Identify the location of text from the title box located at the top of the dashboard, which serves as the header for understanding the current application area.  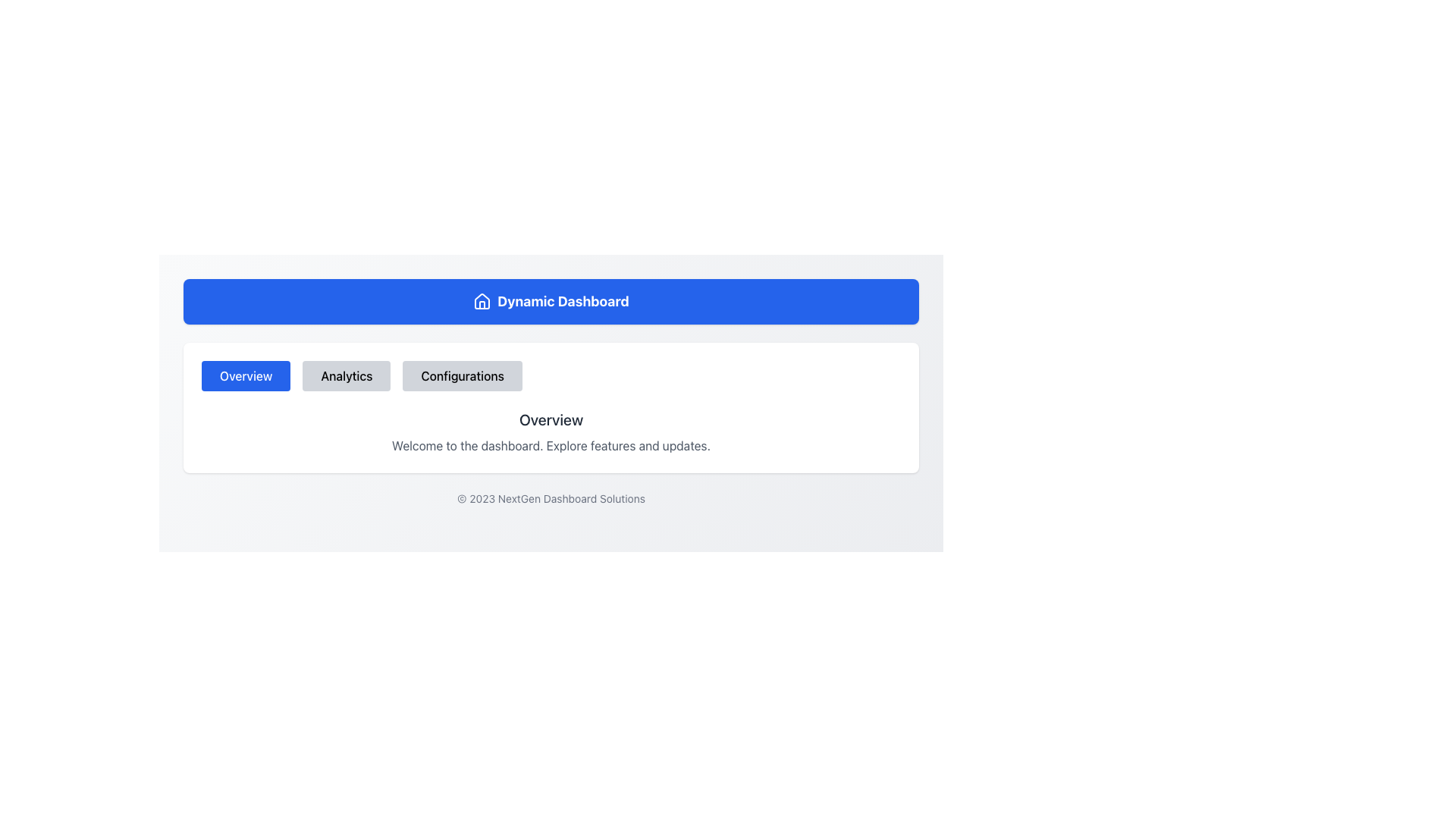
(550, 301).